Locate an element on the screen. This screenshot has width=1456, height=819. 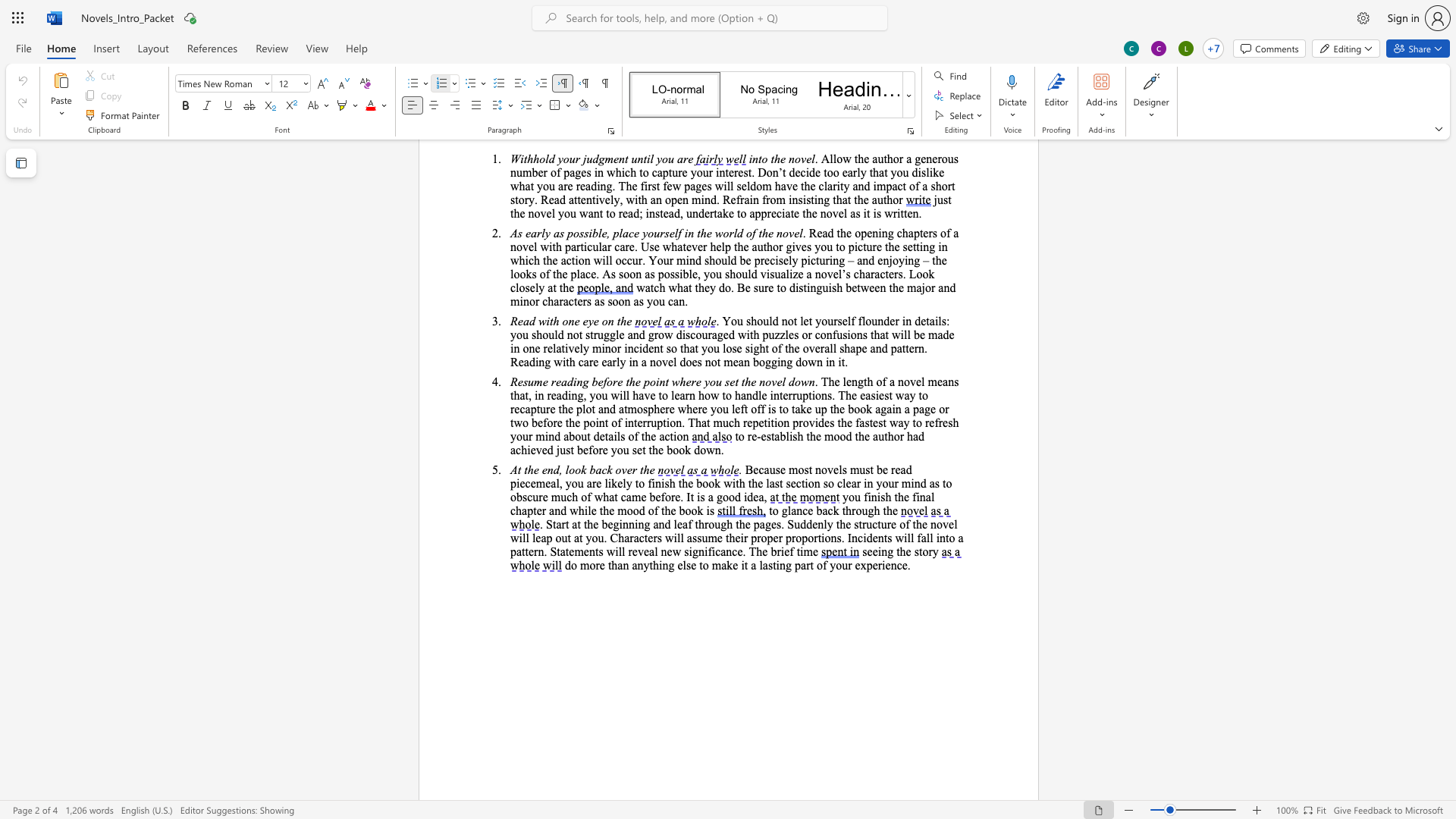
the space between the continuous character "f" and "i" in the text is located at coordinates (915, 497).